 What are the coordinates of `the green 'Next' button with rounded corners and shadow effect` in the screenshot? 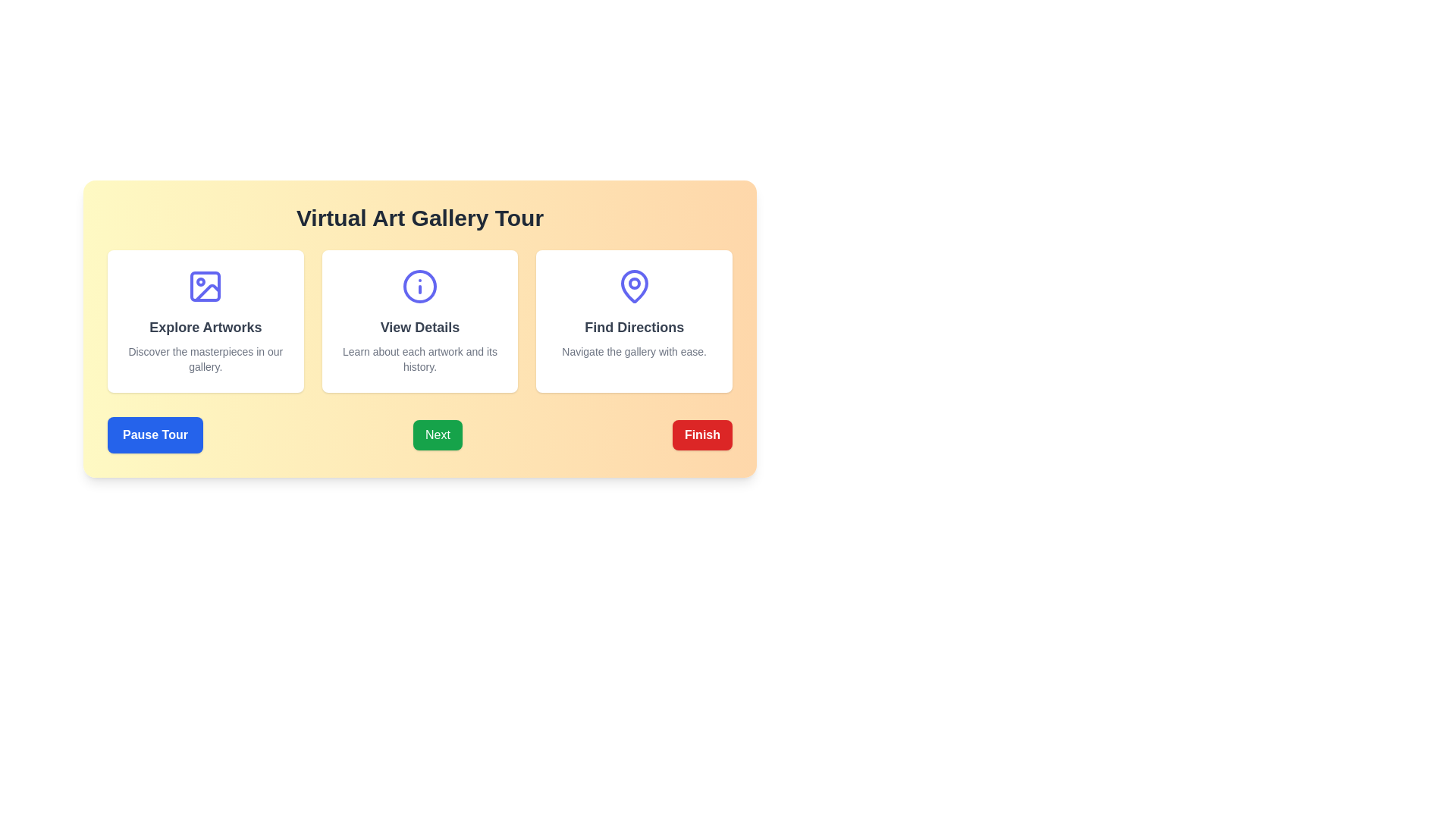 It's located at (437, 435).